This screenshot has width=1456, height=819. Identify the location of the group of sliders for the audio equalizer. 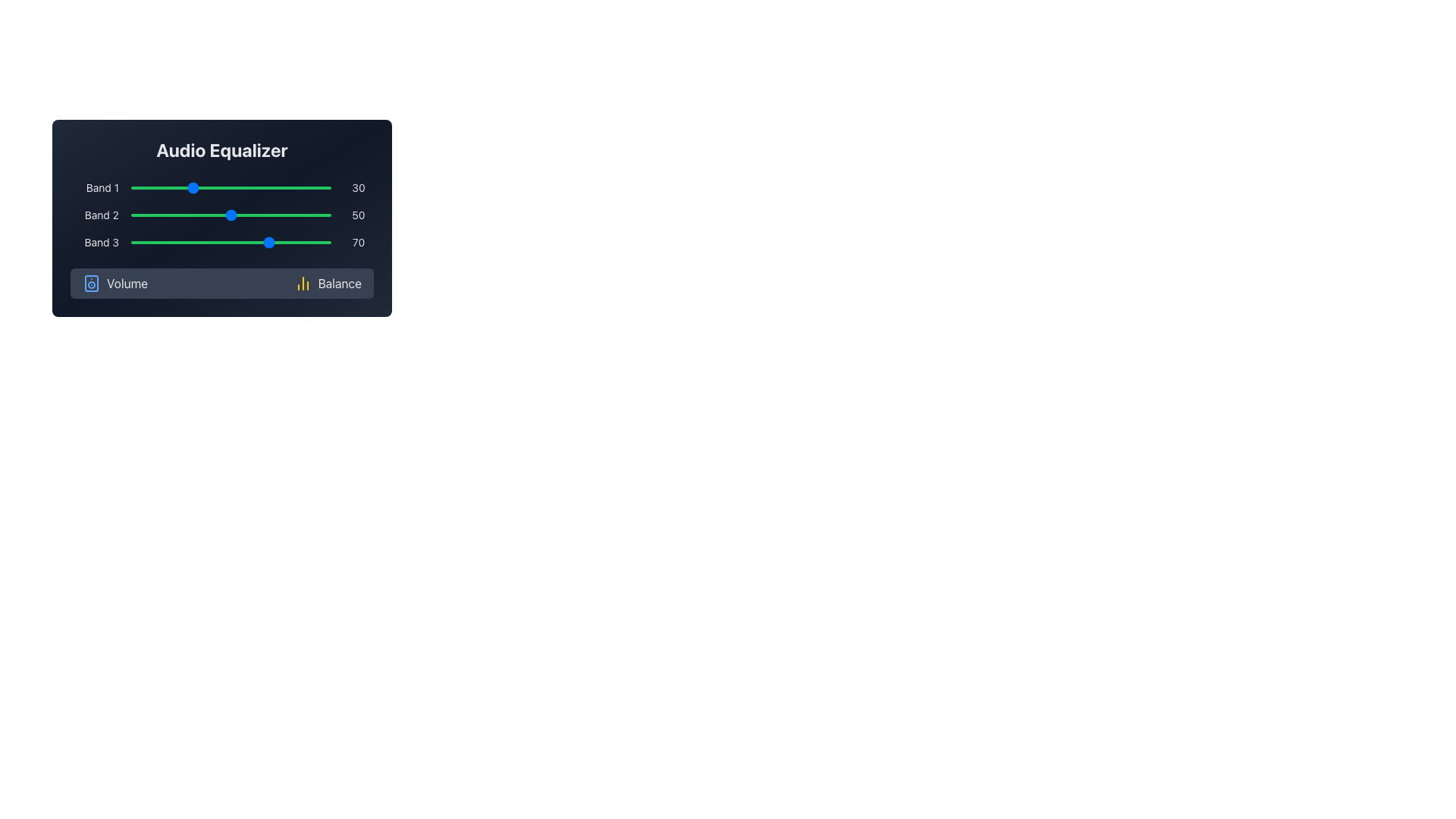
(221, 215).